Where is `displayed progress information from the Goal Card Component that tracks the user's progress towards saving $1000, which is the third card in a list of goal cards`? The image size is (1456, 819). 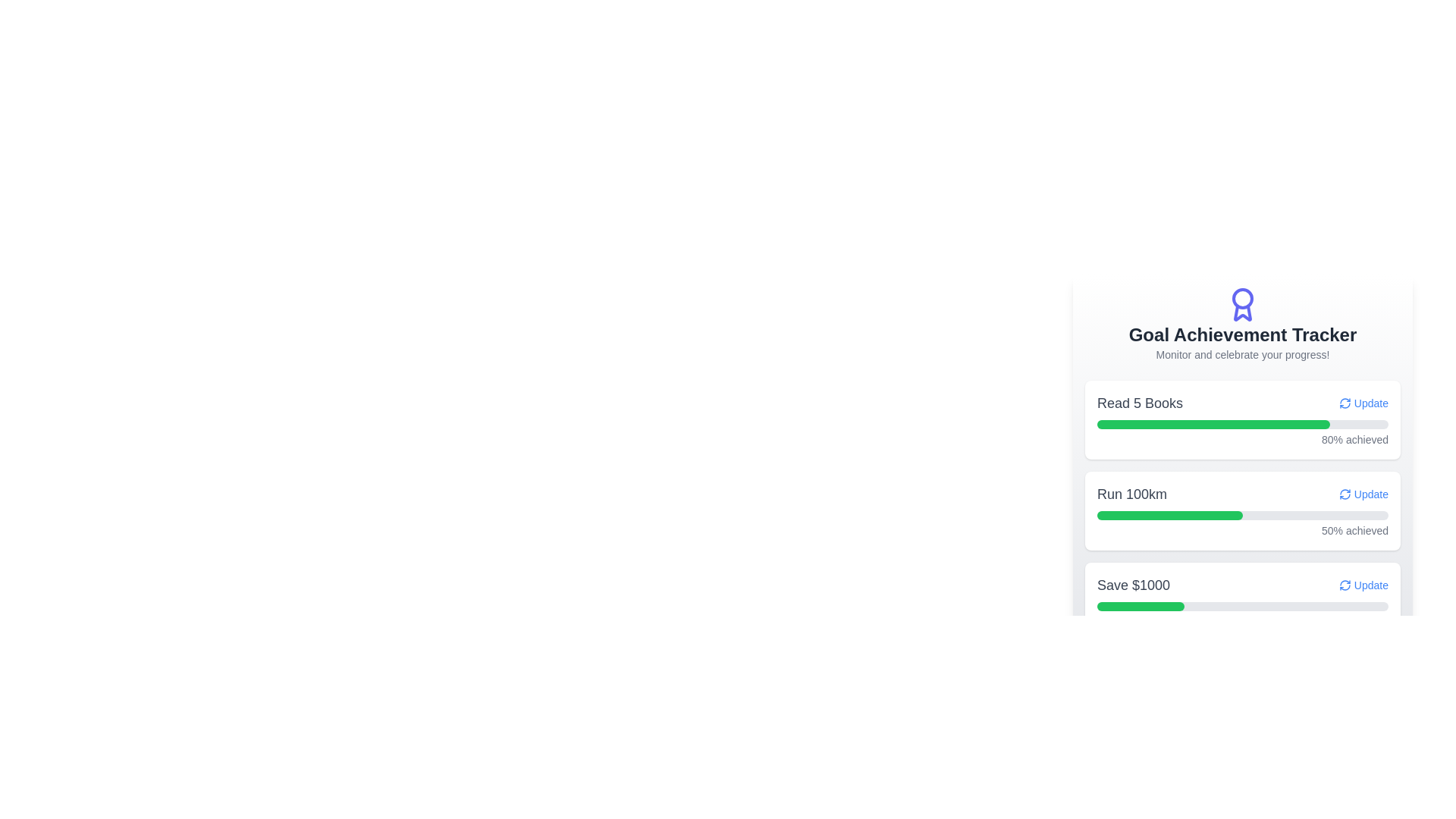 displayed progress information from the Goal Card Component that tracks the user's progress towards saving $1000, which is the third card in a list of goal cards is located at coordinates (1242, 601).